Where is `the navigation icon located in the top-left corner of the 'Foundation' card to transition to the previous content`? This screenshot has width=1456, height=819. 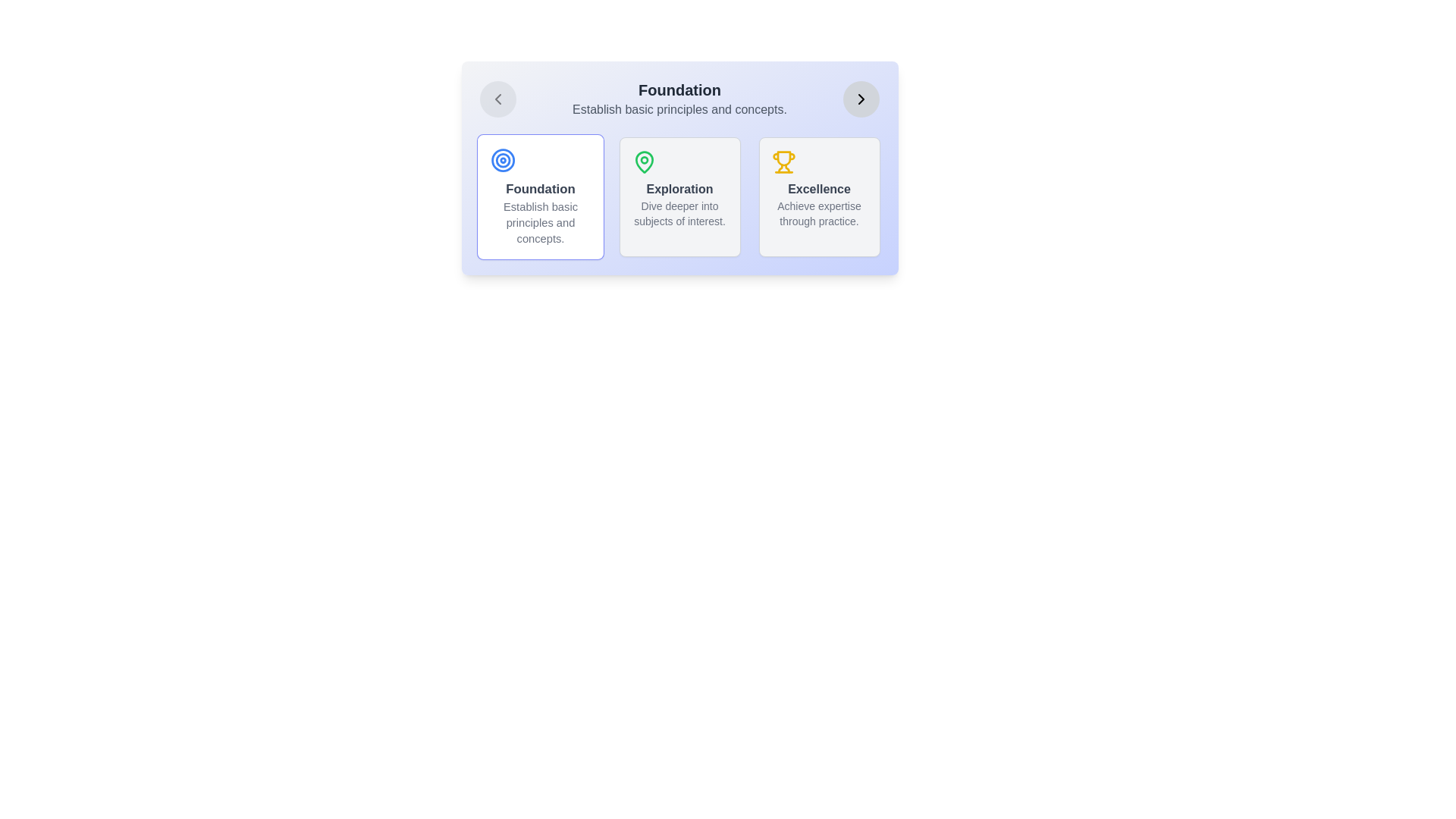 the navigation icon located in the top-left corner of the 'Foundation' card to transition to the previous content is located at coordinates (497, 99).